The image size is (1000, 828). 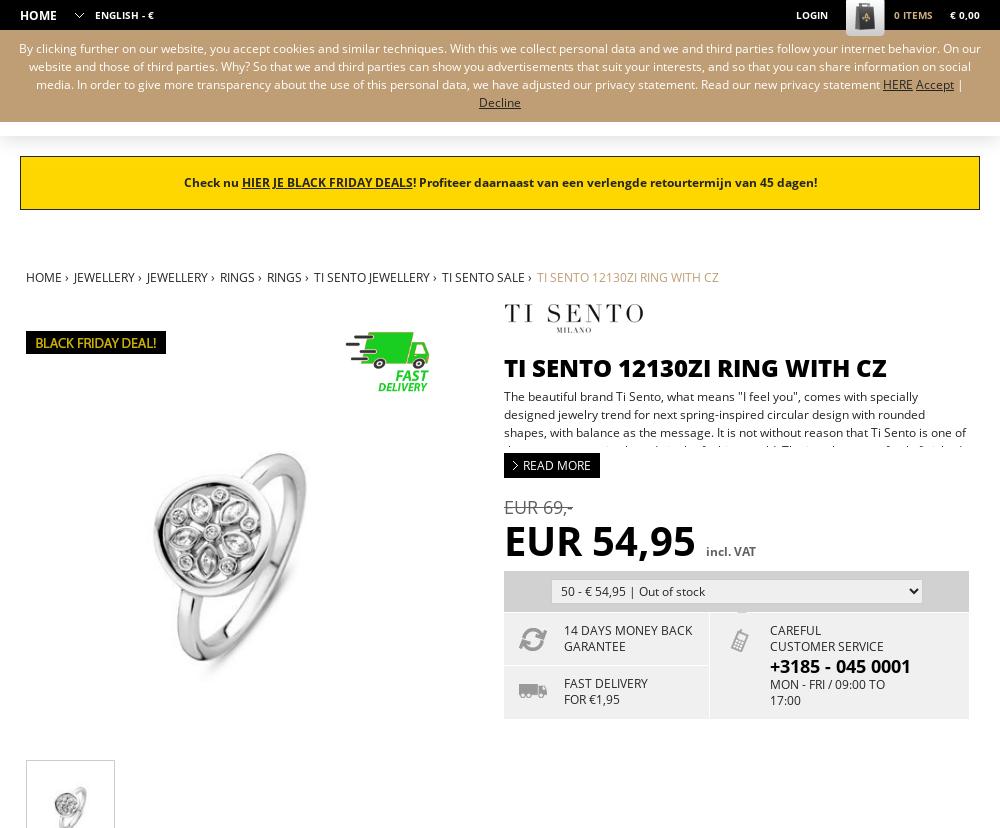 What do you see at coordinates (123, 14) in the screenshot?
I see `'English - €'` at bounding box center [123, 14].